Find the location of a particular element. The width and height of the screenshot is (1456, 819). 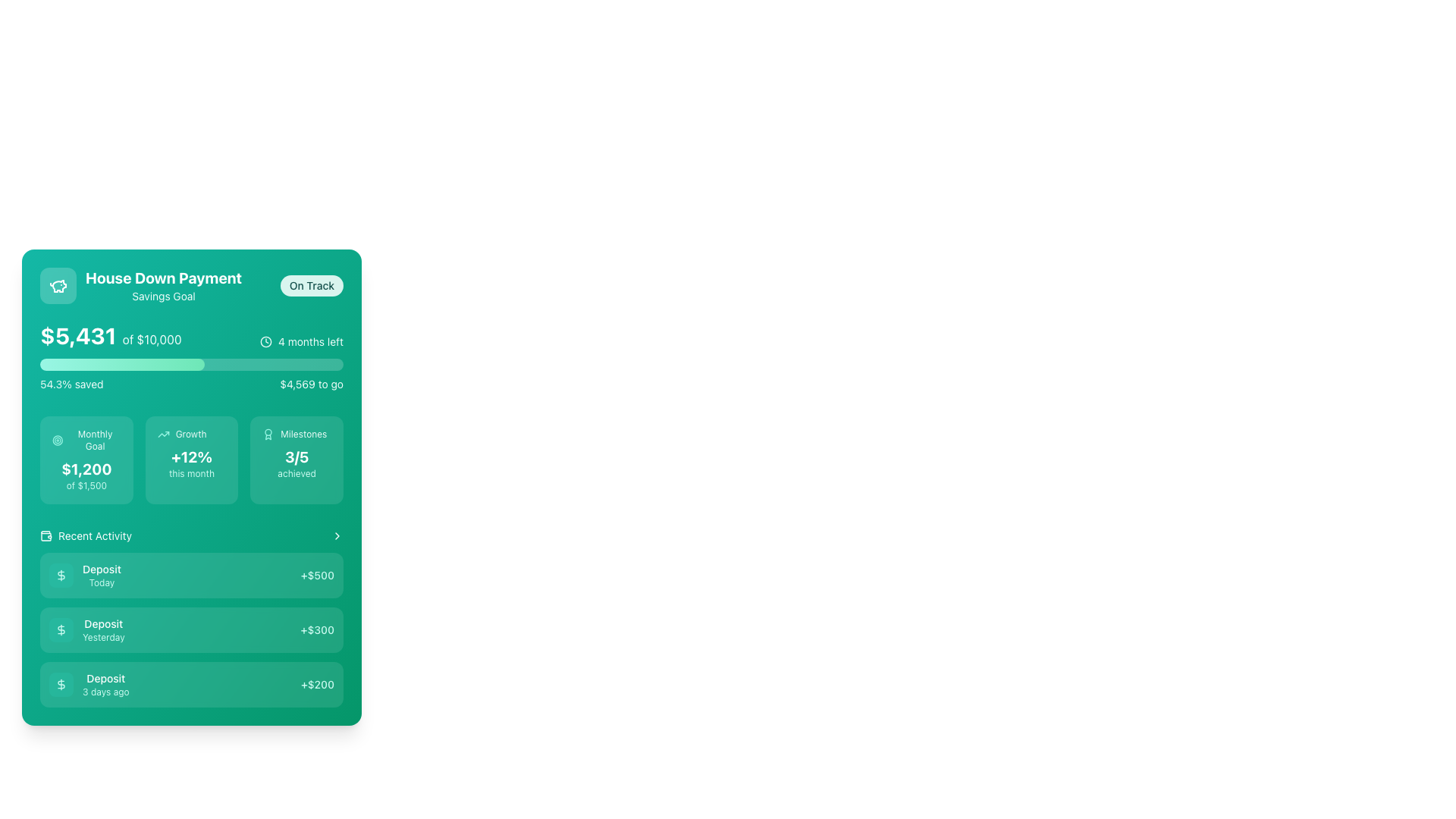

the circular icon consisting of three concentric teal rings located to the left of the 'Monthly Goal' text within the card is located at coordinates (58, 441).